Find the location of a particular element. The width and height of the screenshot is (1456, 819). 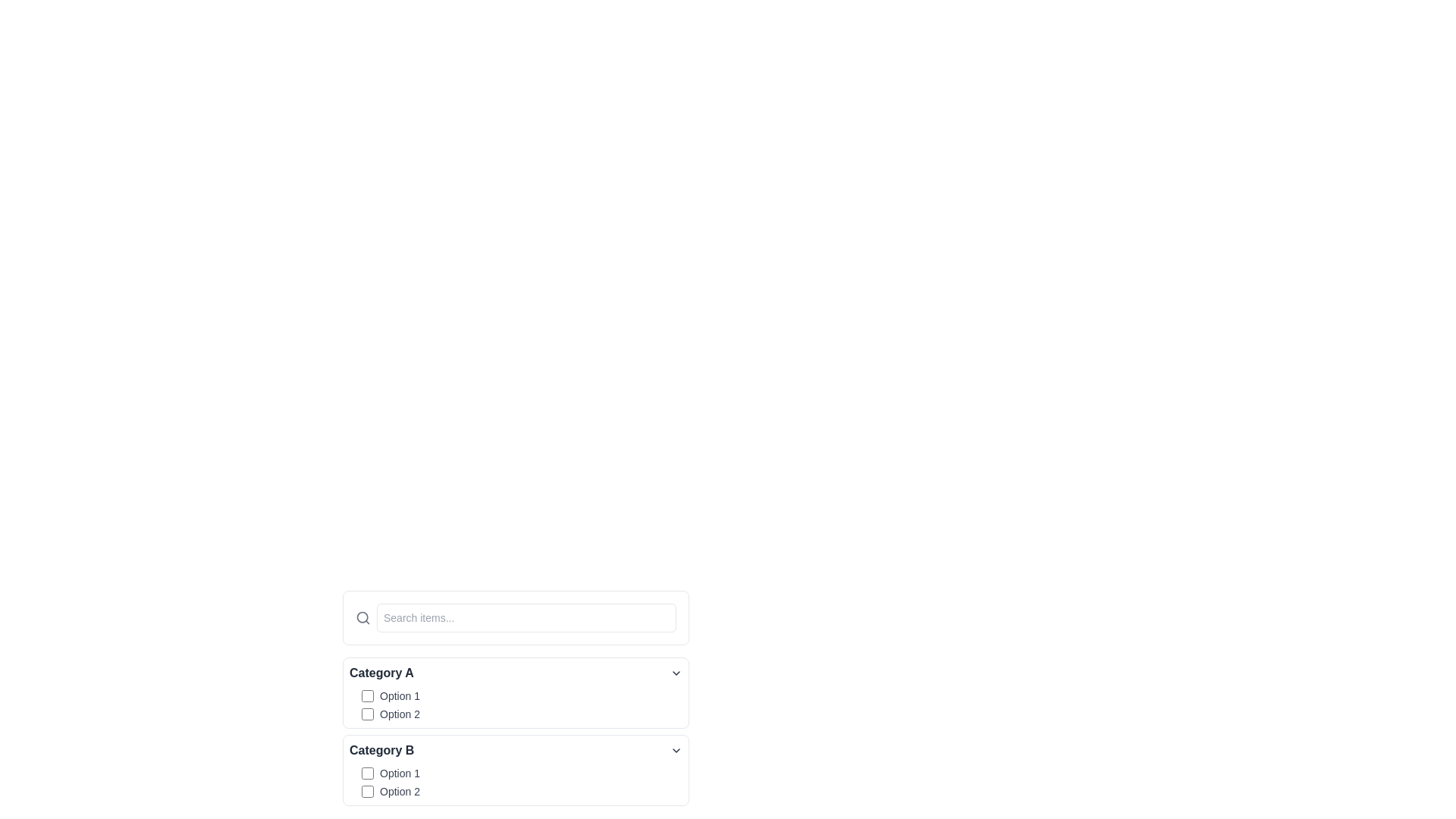

the category title in the categorized selection panel is located at coordinates (516, 693).